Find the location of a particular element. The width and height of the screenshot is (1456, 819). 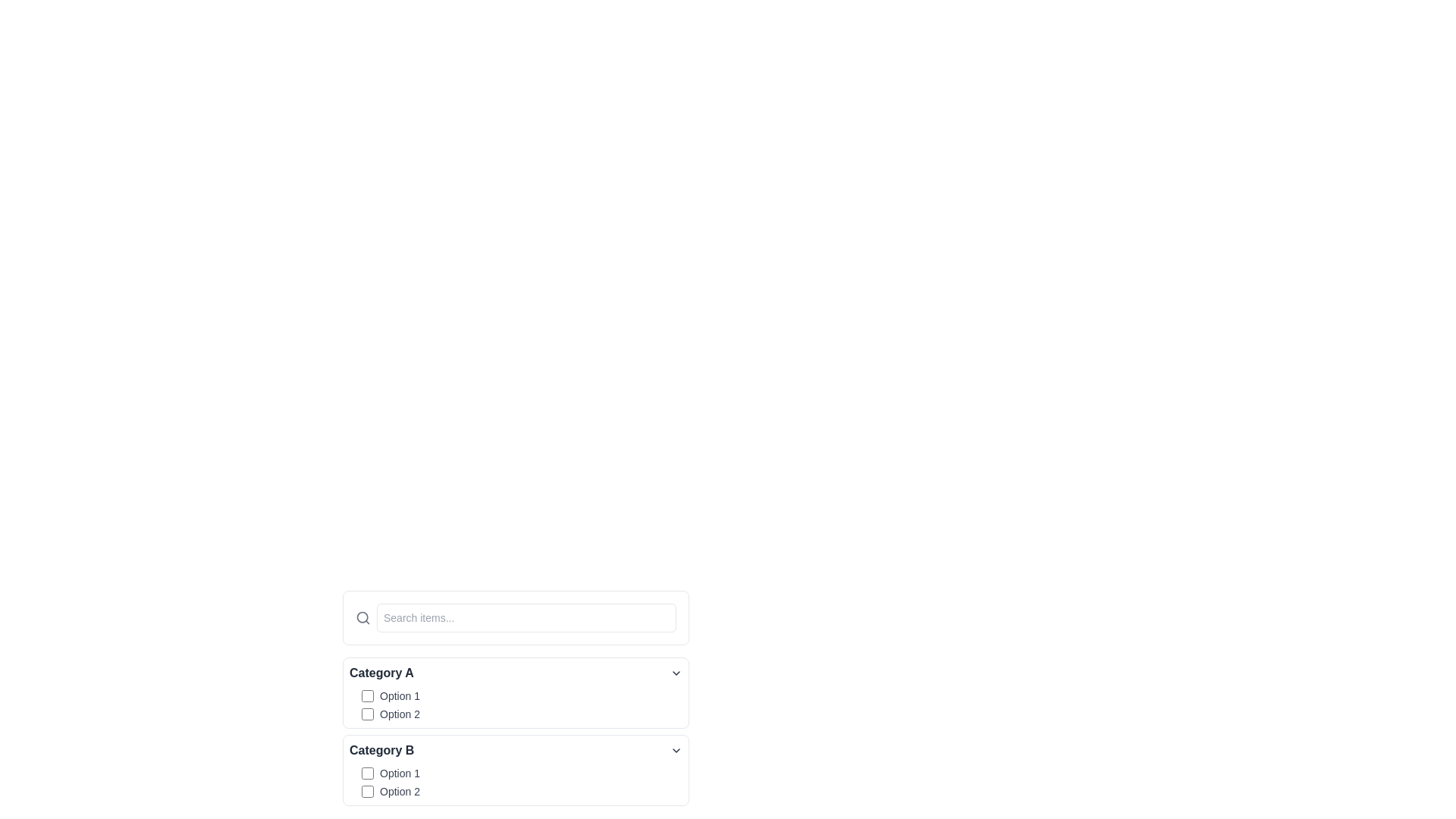

the category title in the categorized selection panel is located at coordinates (516, 693).